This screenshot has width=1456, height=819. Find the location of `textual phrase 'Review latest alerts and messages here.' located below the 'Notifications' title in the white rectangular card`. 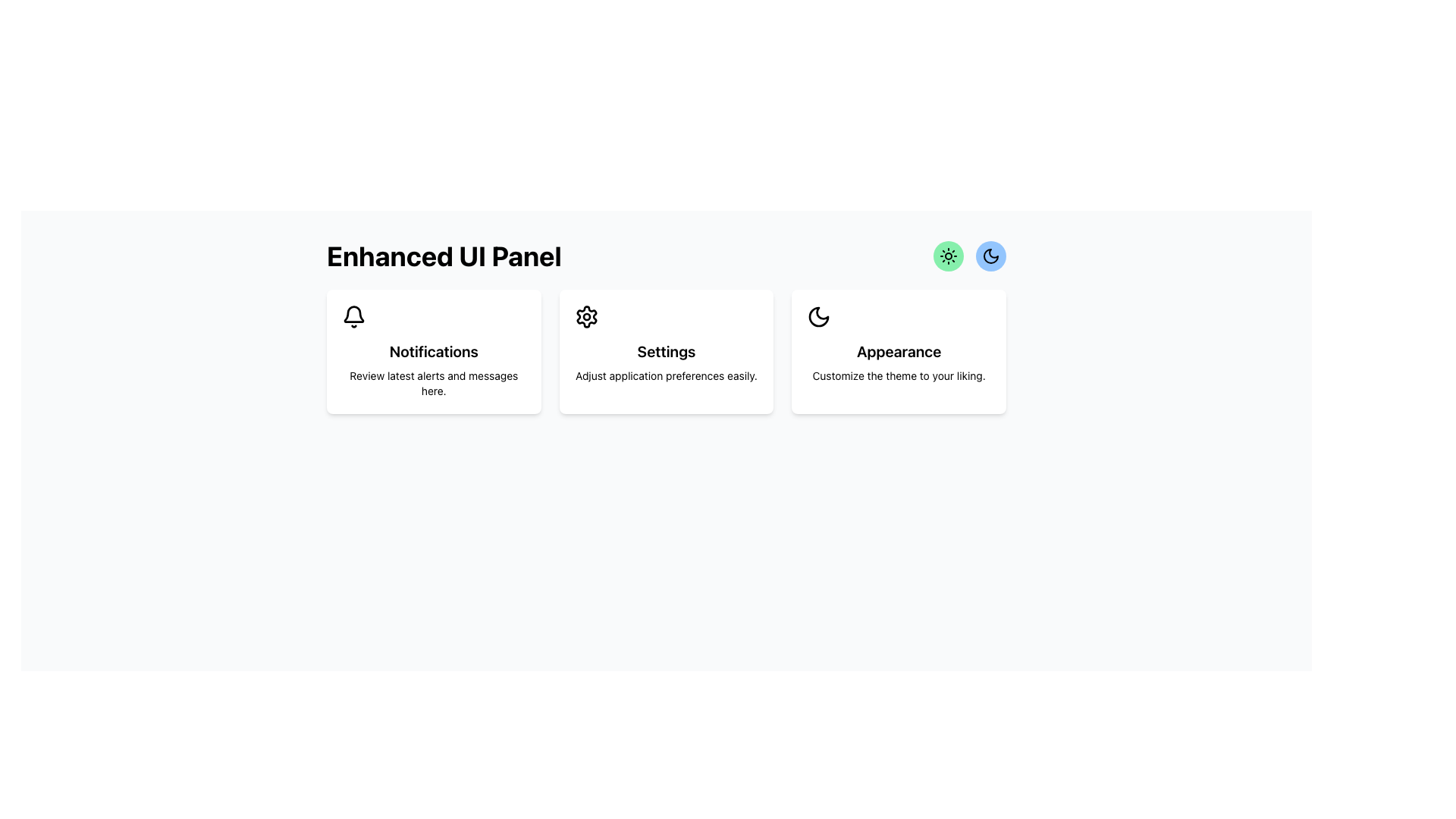

textual phrase 'Review latest alerts and messages here.' located below the 'Notifications' title in the white rectangular card is located at coordinates (433, 382).